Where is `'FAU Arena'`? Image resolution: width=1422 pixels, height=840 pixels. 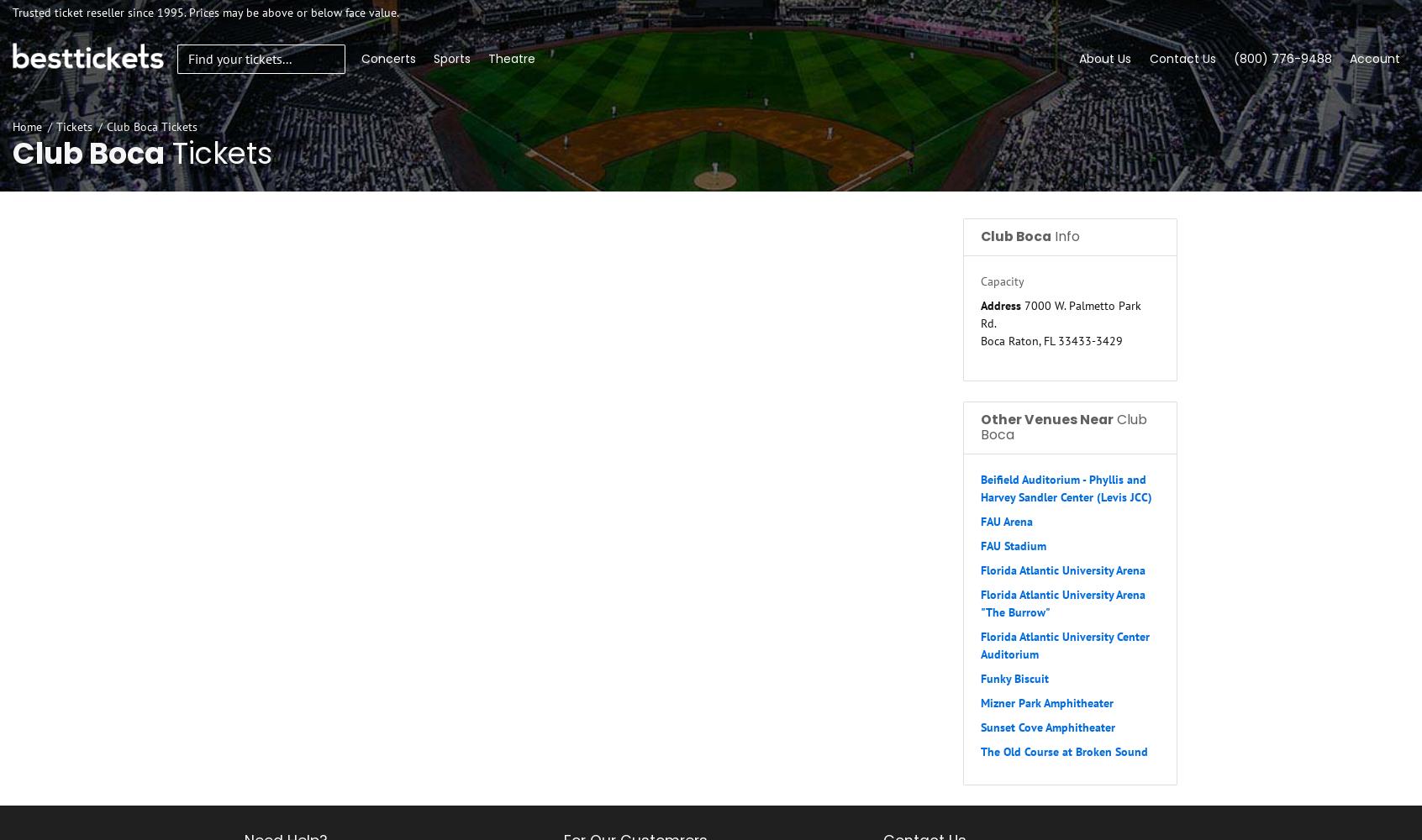
'FAU Arena' is located at coordinates (979, 521).